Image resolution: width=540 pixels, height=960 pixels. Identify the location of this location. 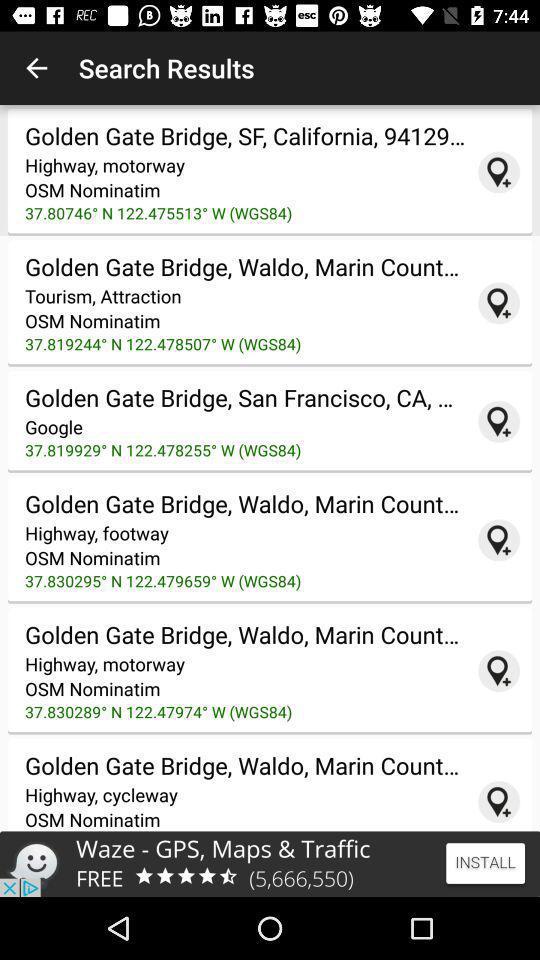
(498, 303).